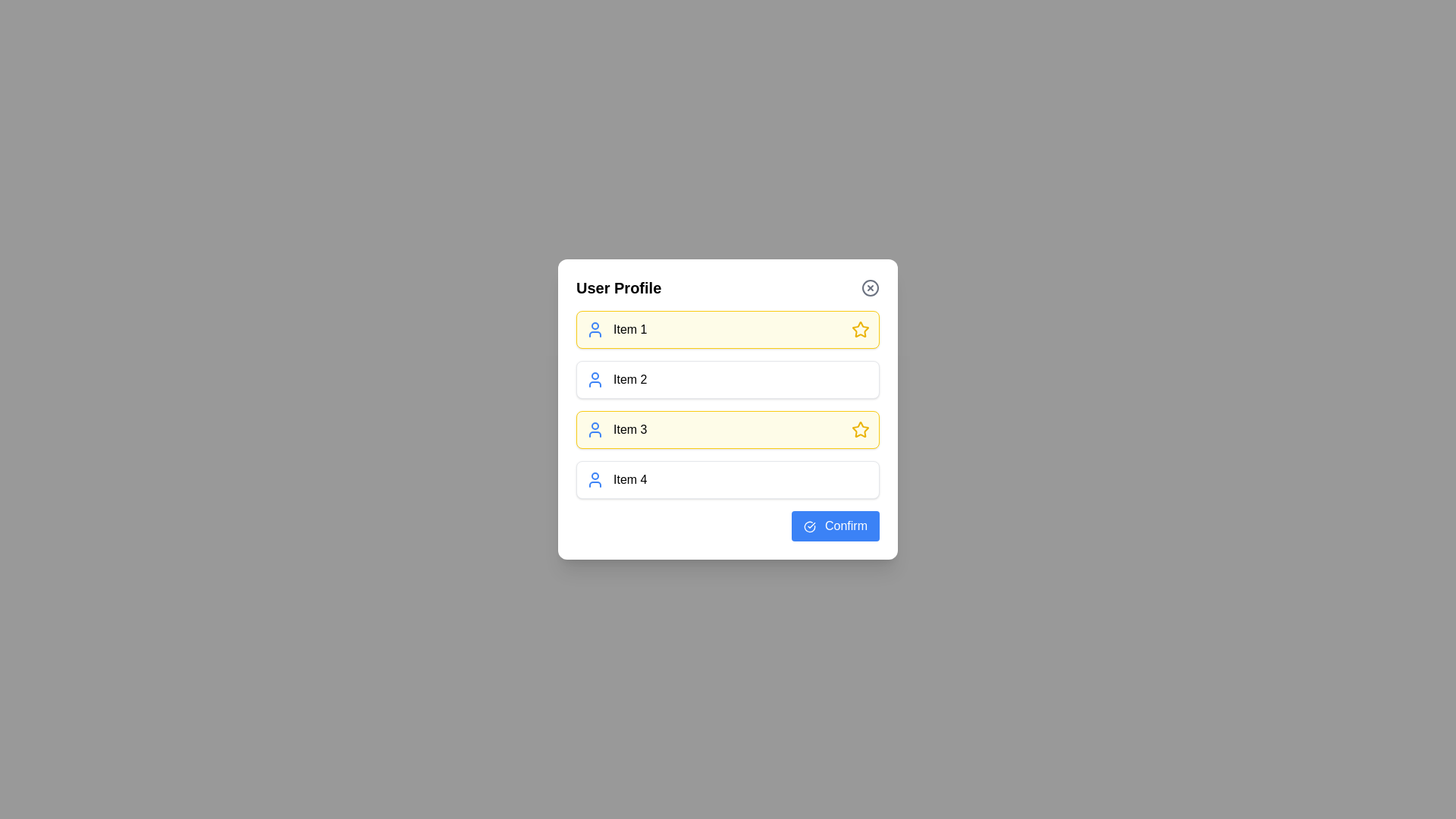 Image resolution: width=1456 pixels, height=819 pixels. Describe the element at coordinates (870, 288) in the screenshot. I see `the circular outlined button with an 'X' mark located at the top-right corner of the 'User Profile' header to trigger a color change` at that location.